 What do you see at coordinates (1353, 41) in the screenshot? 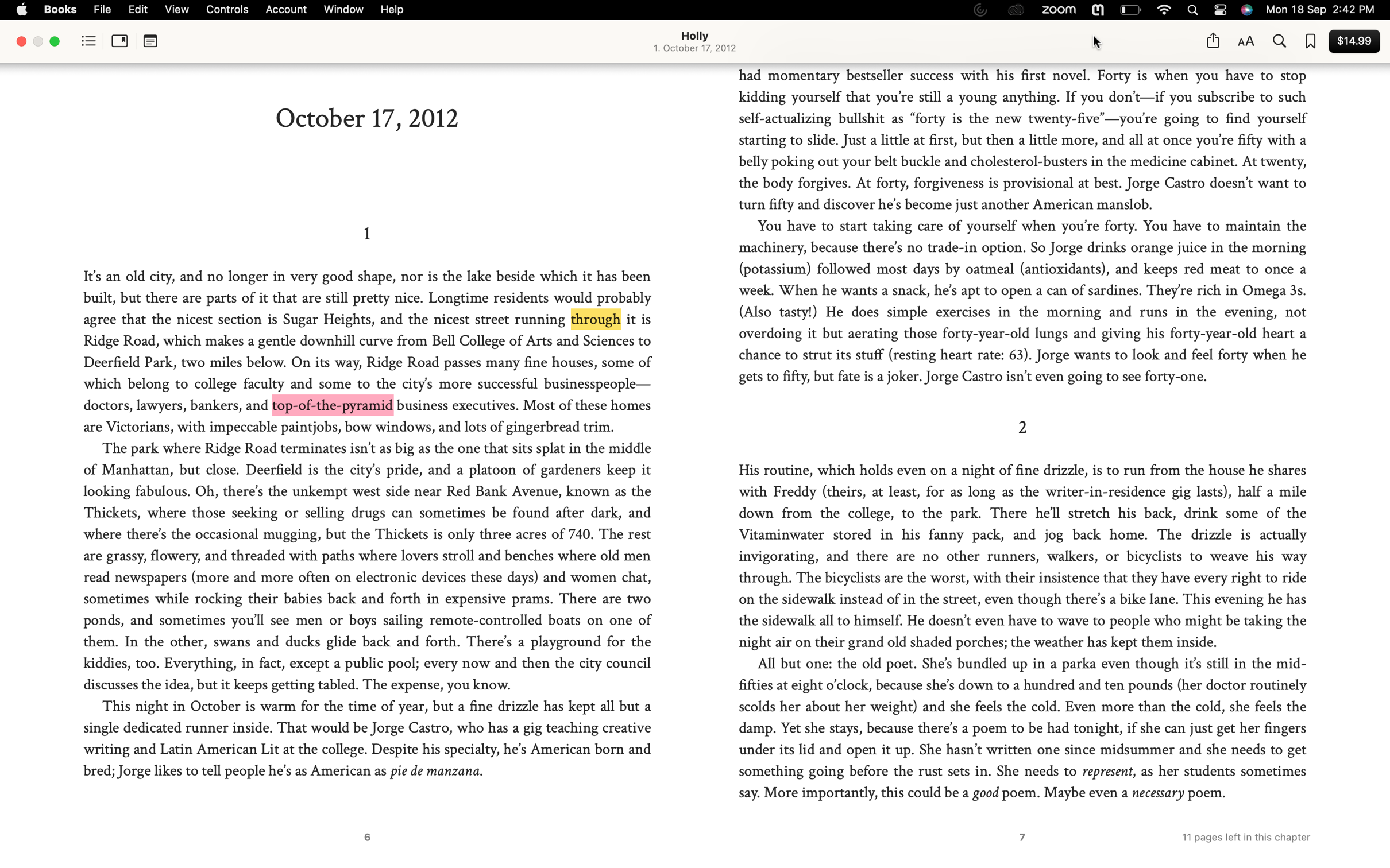
I see `Proceed with buying the displayed book` at bounding box center [1353, 41].